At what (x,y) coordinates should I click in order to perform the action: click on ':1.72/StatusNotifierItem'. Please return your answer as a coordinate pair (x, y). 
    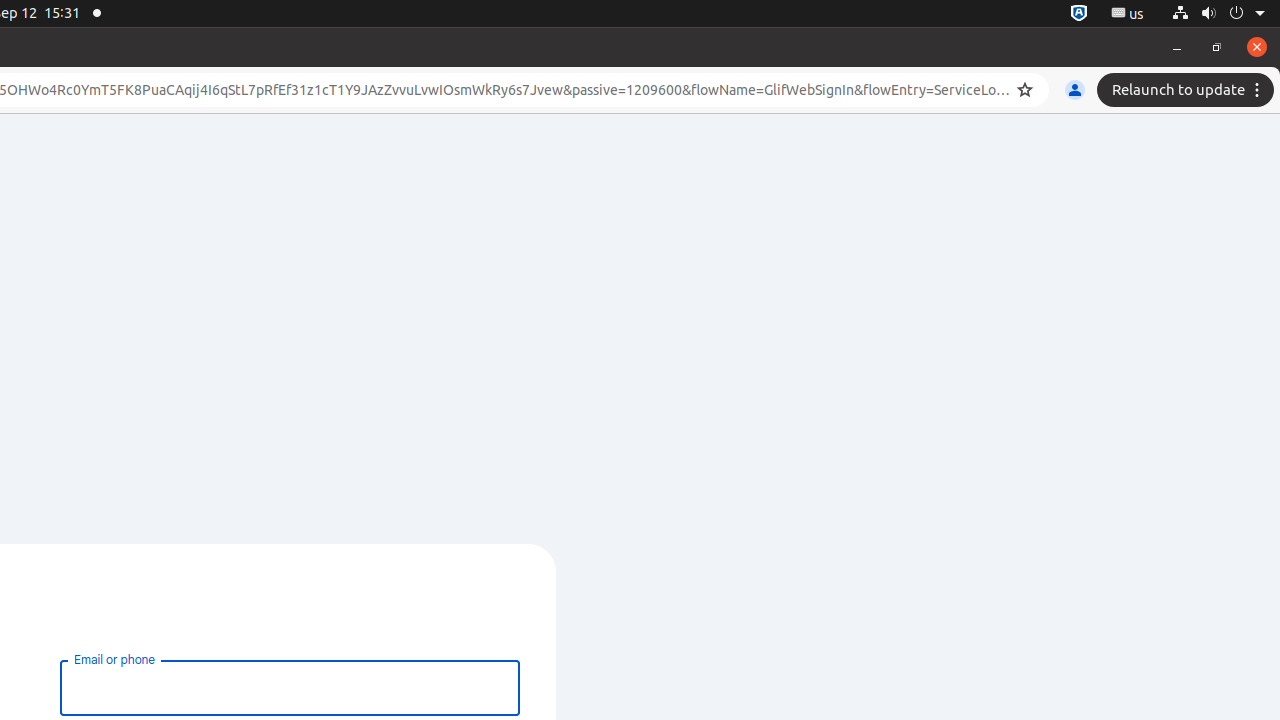
    Looking at the image, I should click on (1078, 13).